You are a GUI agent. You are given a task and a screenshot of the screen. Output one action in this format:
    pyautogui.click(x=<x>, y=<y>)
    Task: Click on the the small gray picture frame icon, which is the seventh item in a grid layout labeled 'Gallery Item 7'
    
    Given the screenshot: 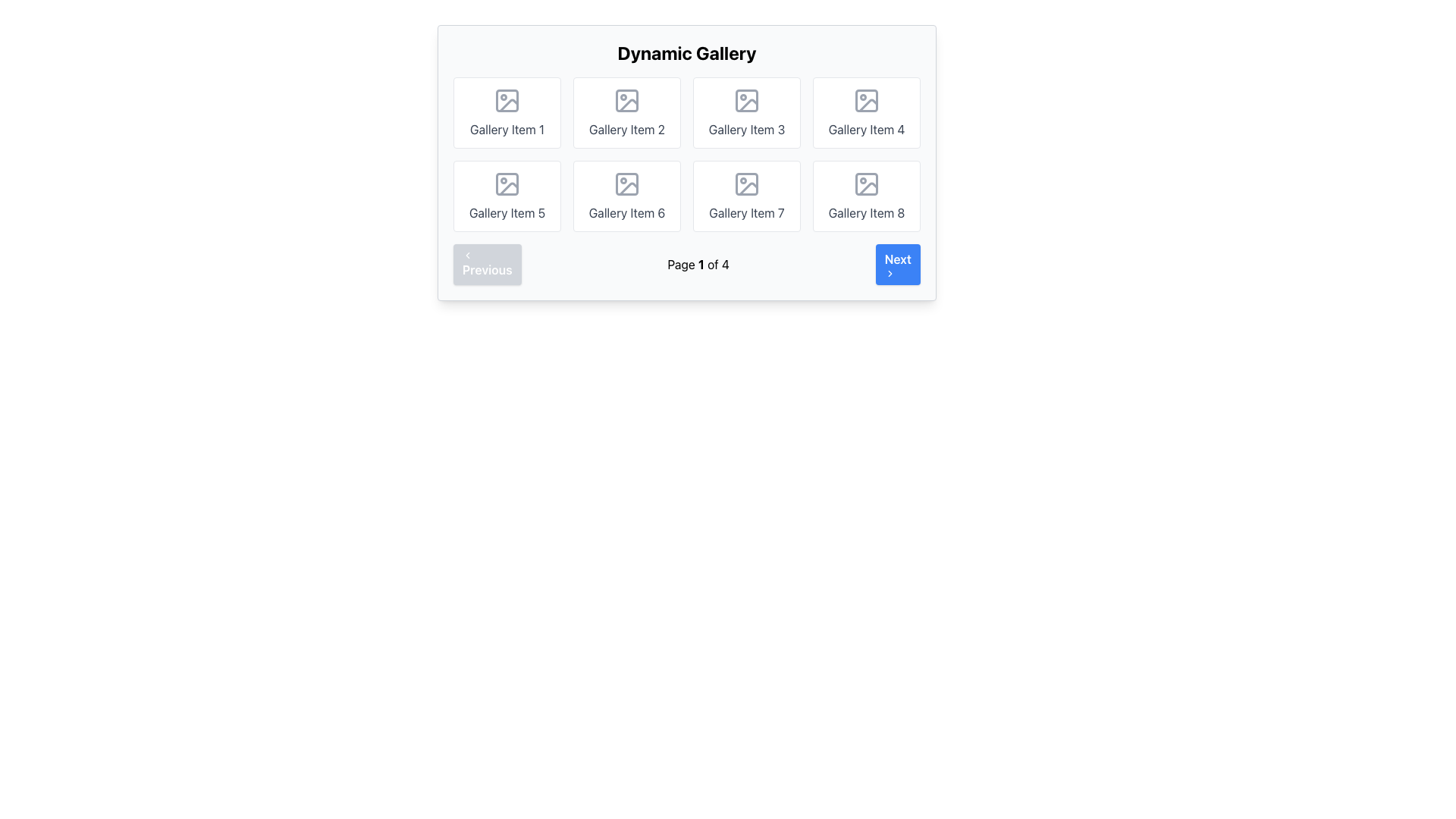 What is the action you would take?
    pyautogui.click(x=746, y=184)
    